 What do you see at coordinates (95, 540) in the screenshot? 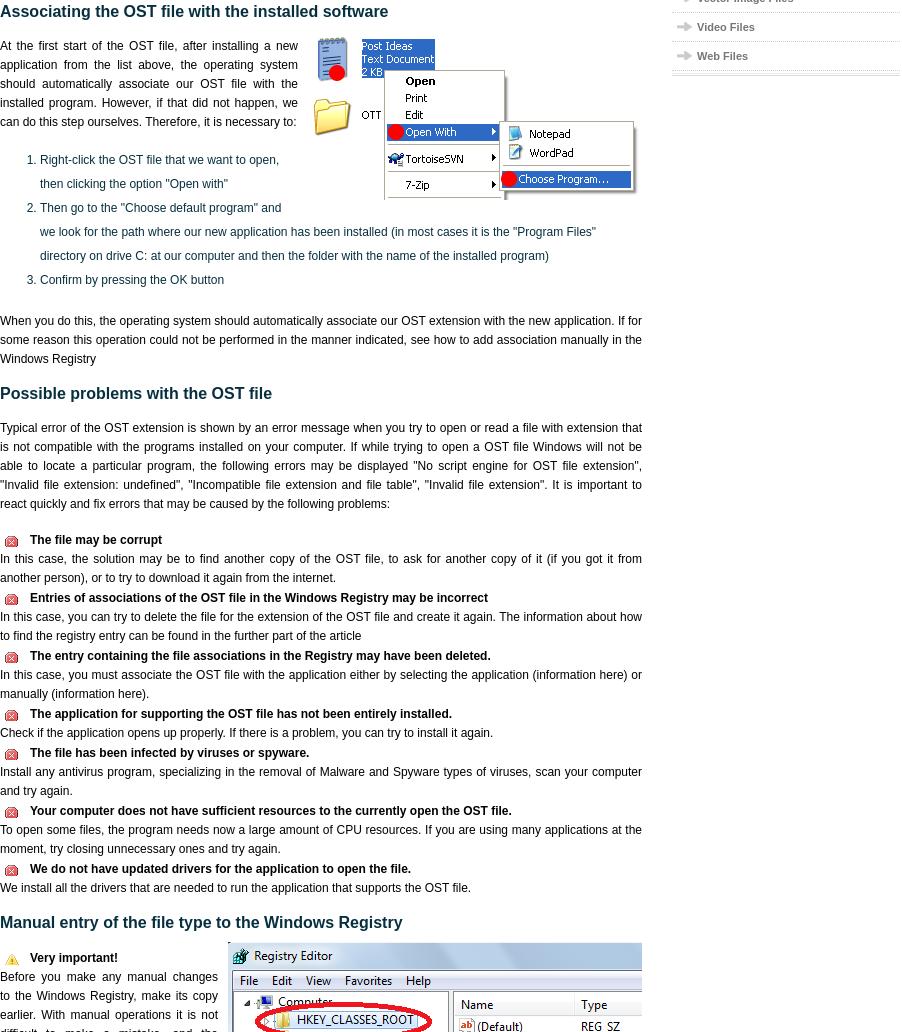
I see `'The file may be corrupt'` at bounding box center [95, 540].